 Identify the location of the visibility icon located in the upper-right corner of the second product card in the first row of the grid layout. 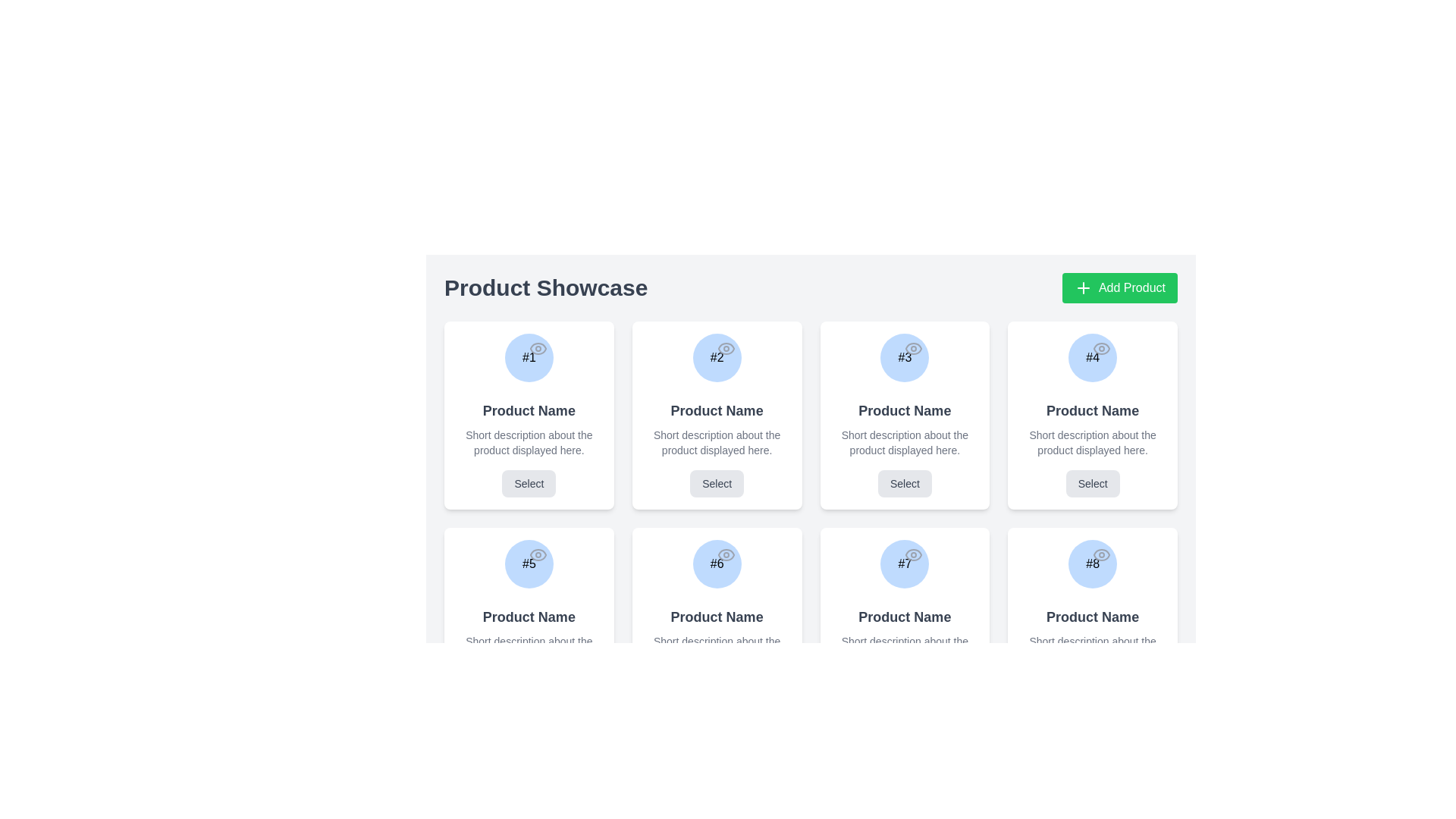
(725, 348).